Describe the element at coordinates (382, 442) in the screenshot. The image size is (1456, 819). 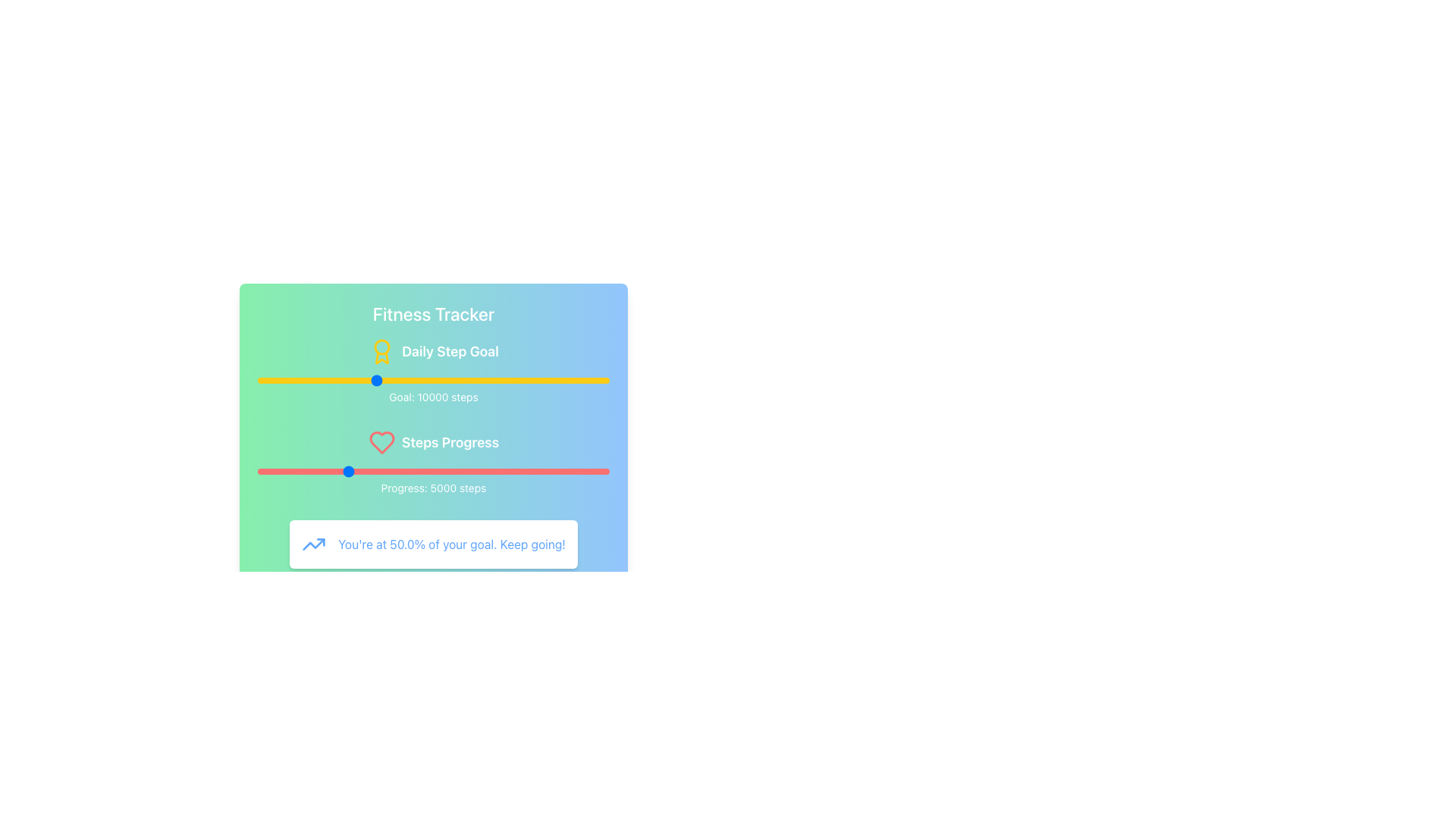
I see `the heart-shaped icon outlined in red, which is located to the left of the 'Steps Progress' text in the progress tracker interface` at that location.